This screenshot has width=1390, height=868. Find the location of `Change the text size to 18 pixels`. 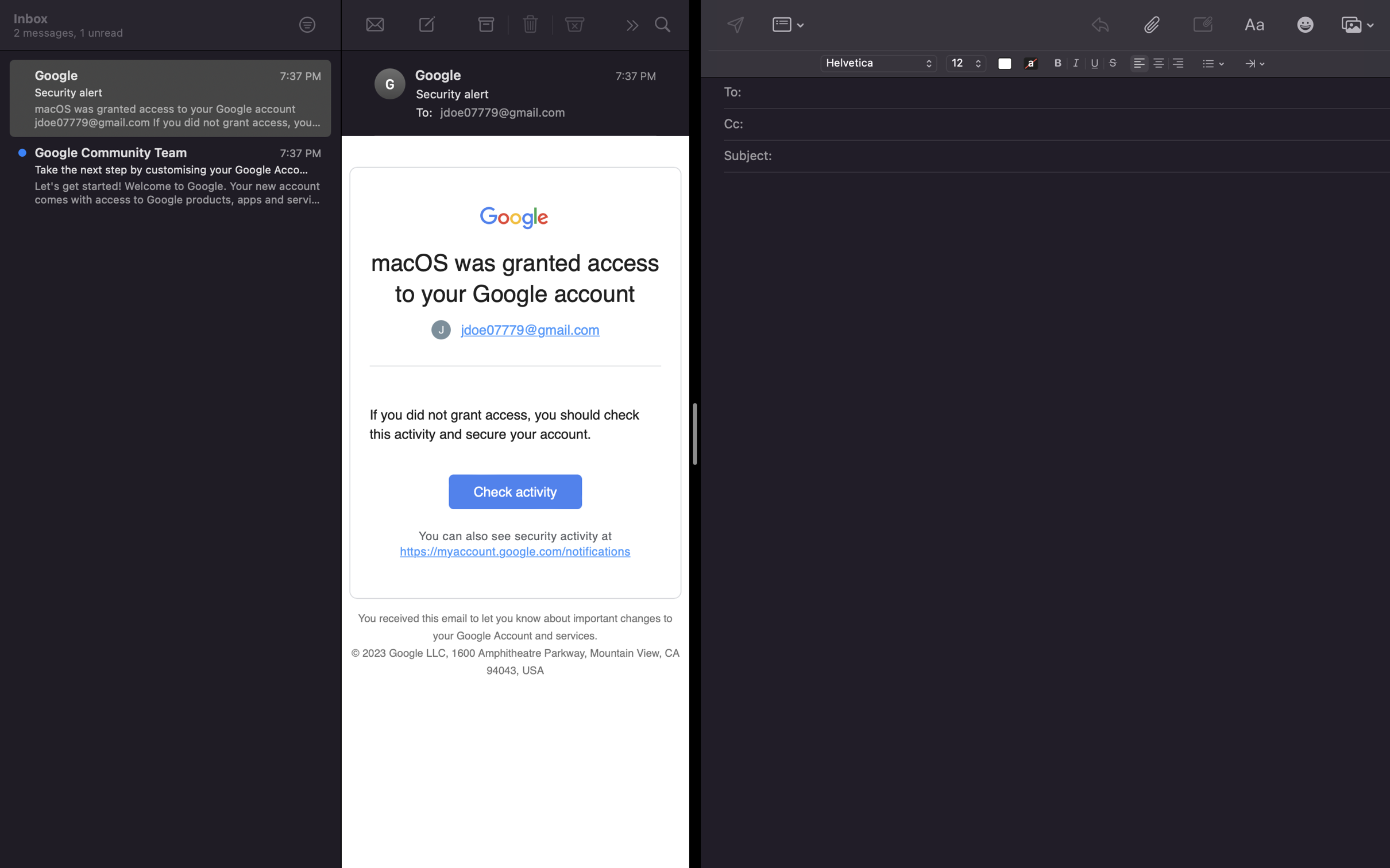

Change the text size to 18 pixels is located at coordinates (966, 64).